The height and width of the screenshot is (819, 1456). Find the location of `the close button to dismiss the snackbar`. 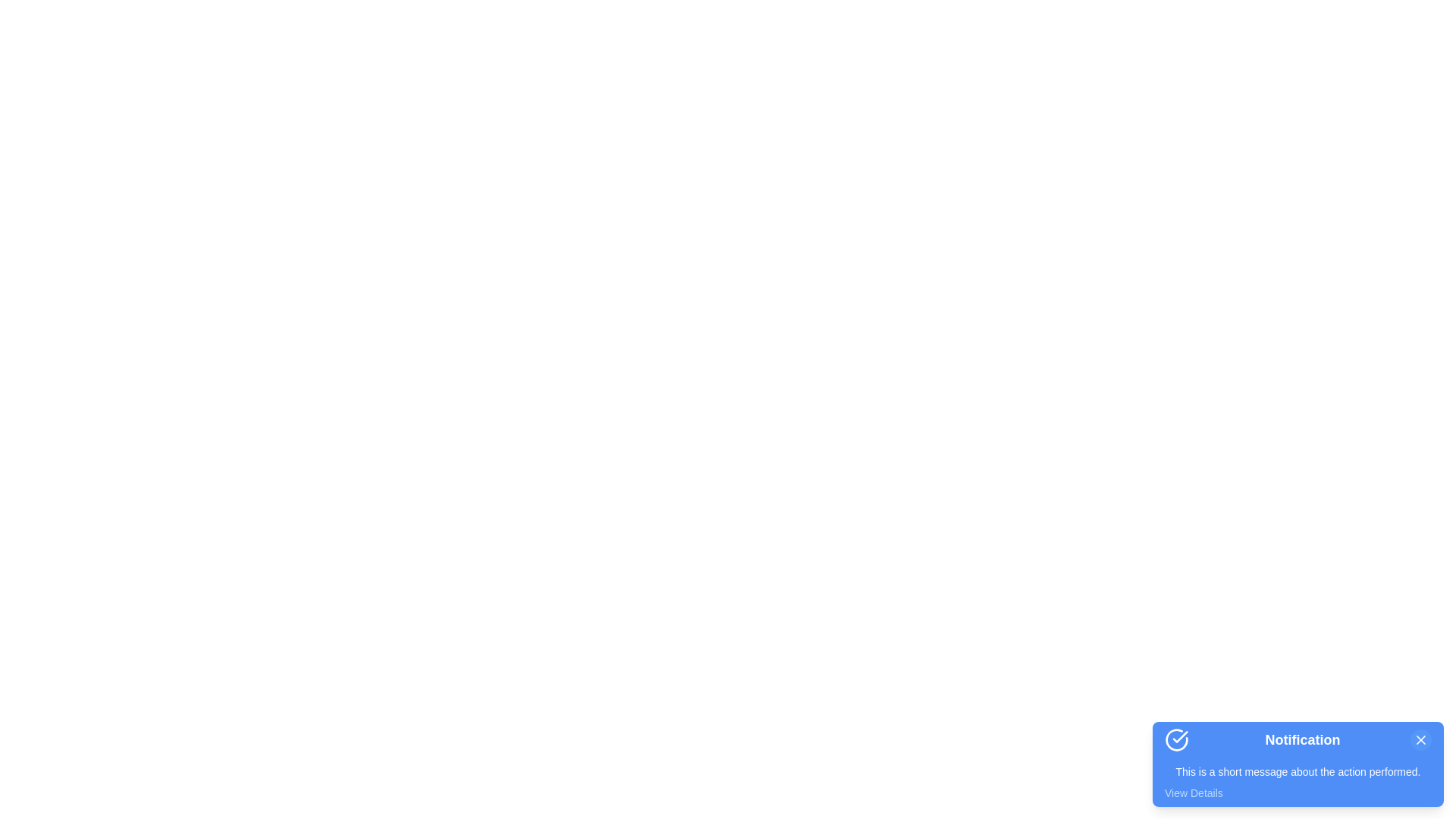

the close button to dismiss the snackbar is located at coordinates (1420, 739).